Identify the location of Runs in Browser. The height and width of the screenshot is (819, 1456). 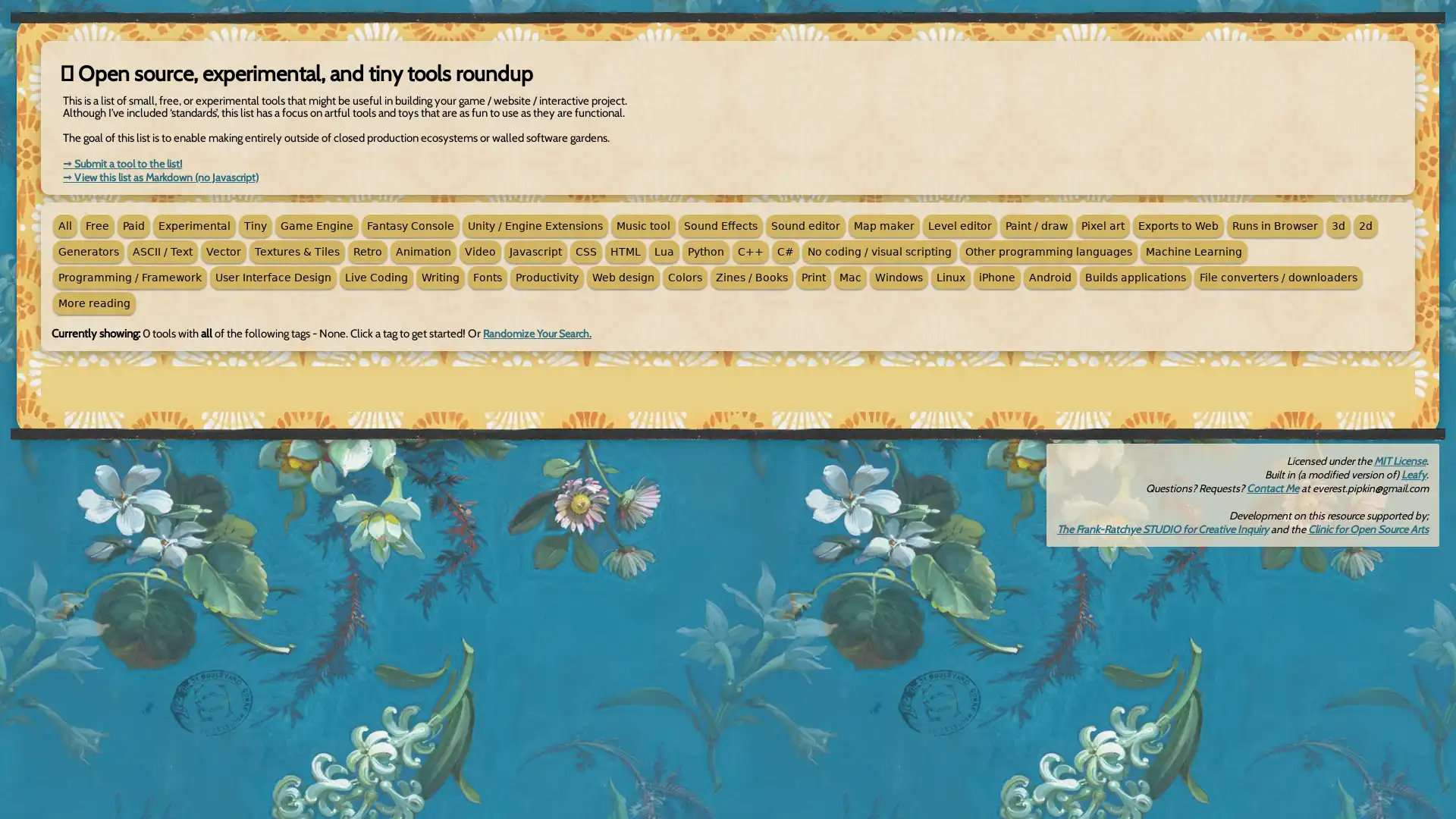
(1274, 225).